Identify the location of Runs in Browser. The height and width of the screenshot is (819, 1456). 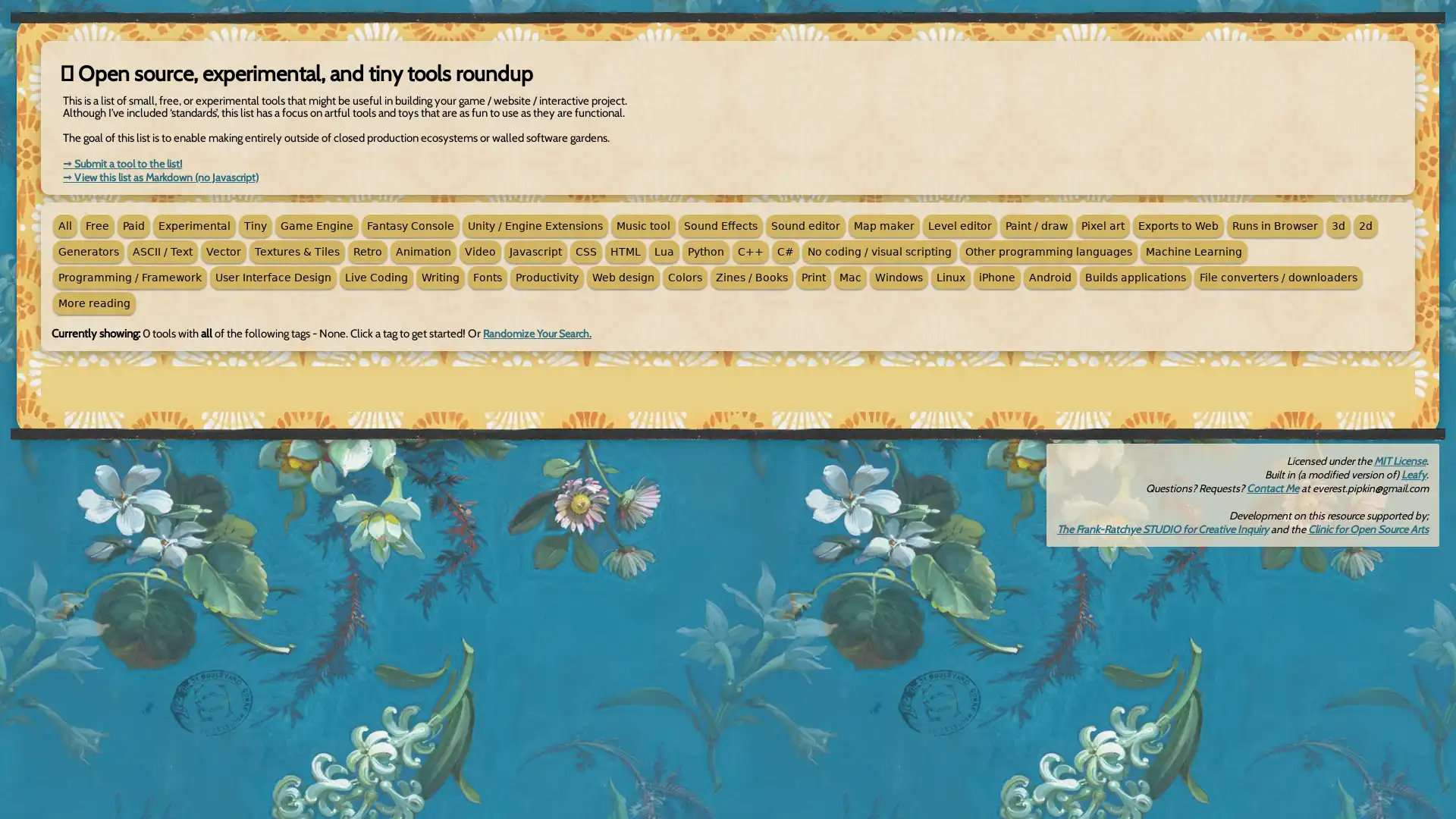
(1274, 225).